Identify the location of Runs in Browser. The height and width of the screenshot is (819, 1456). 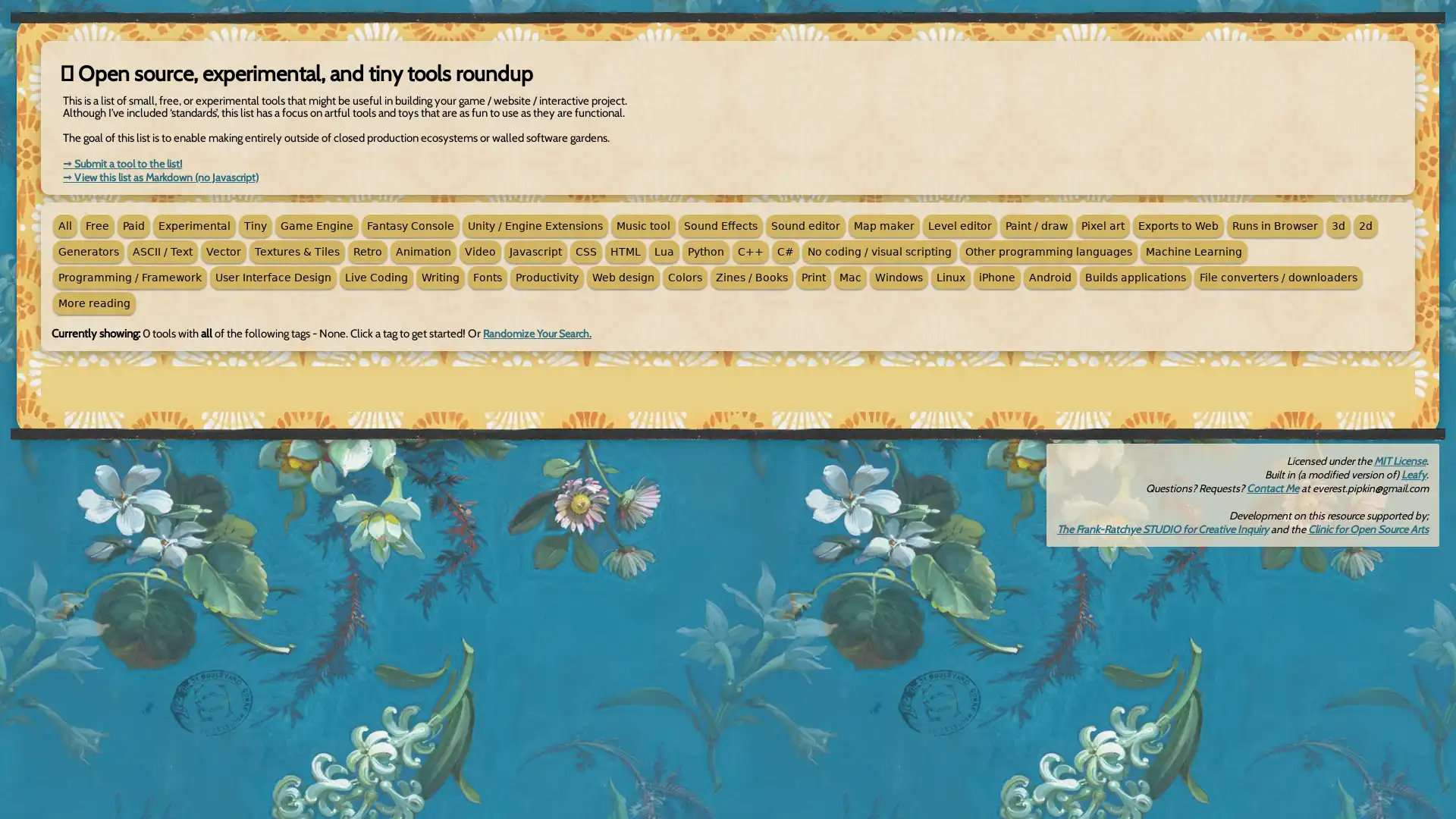
(1274, 225).